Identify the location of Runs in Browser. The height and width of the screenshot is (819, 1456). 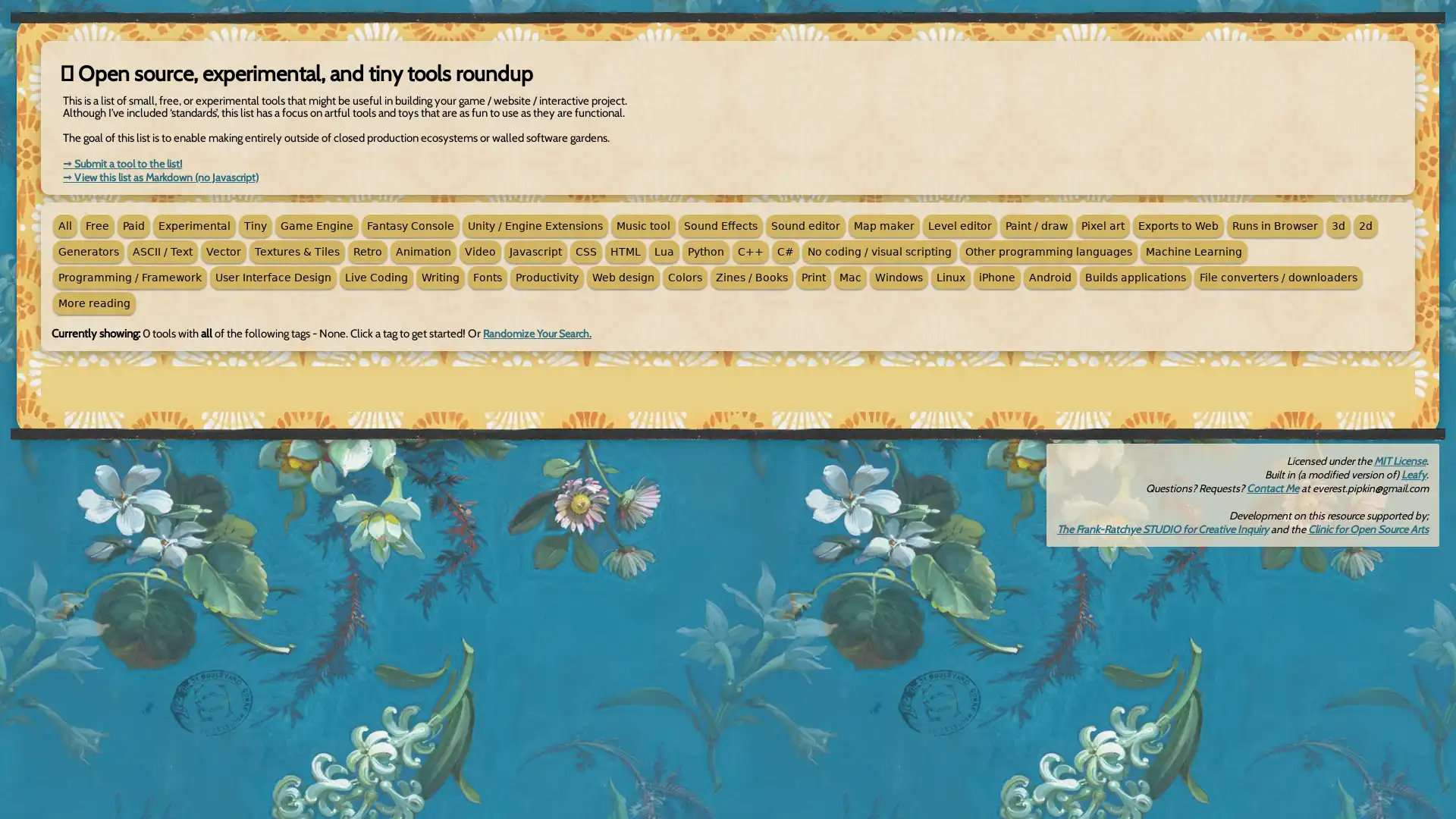
(1274, 225).